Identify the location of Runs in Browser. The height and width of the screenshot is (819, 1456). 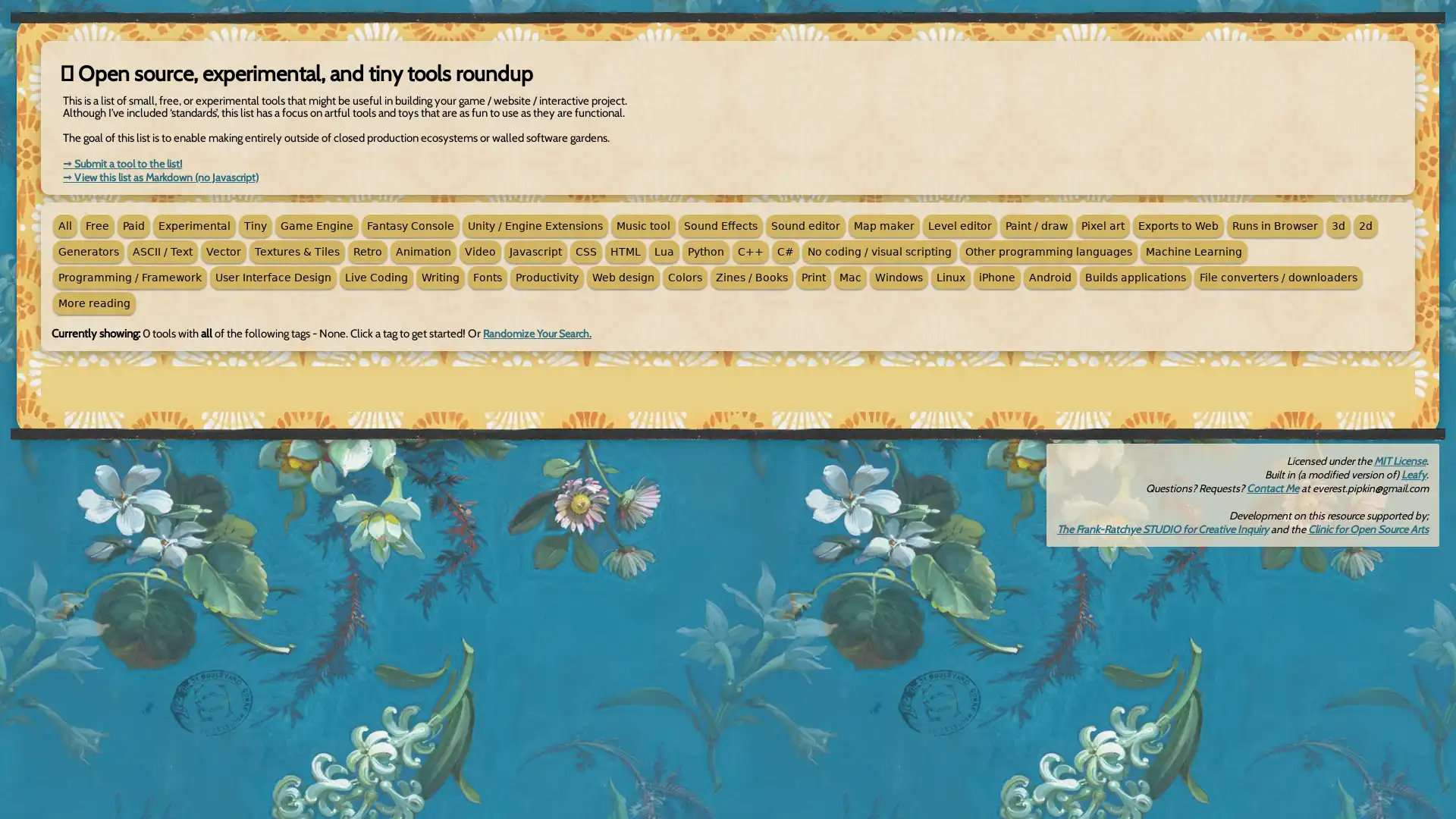
(1274, 225).